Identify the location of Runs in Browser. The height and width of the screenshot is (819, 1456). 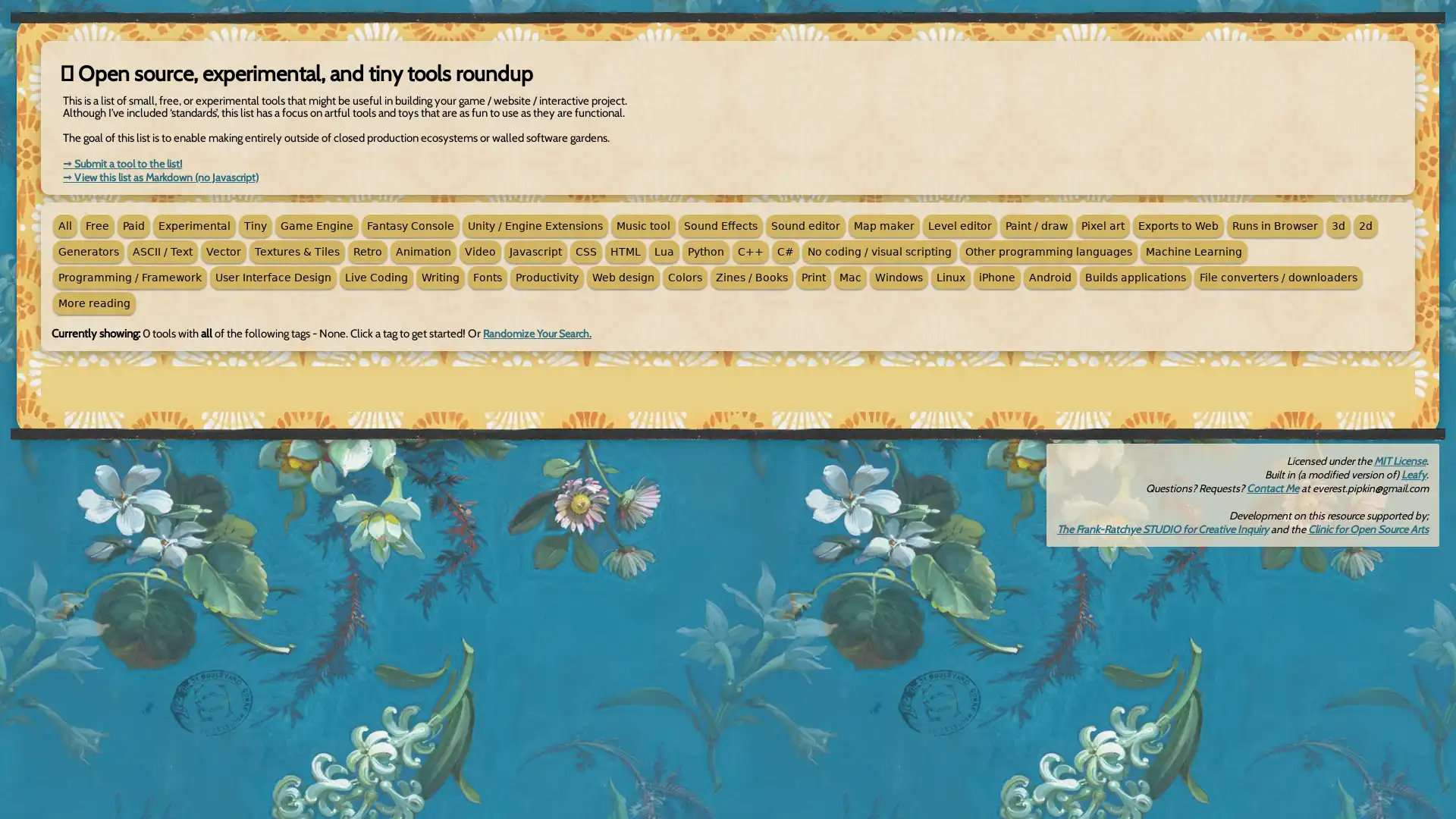
(1274, 225).